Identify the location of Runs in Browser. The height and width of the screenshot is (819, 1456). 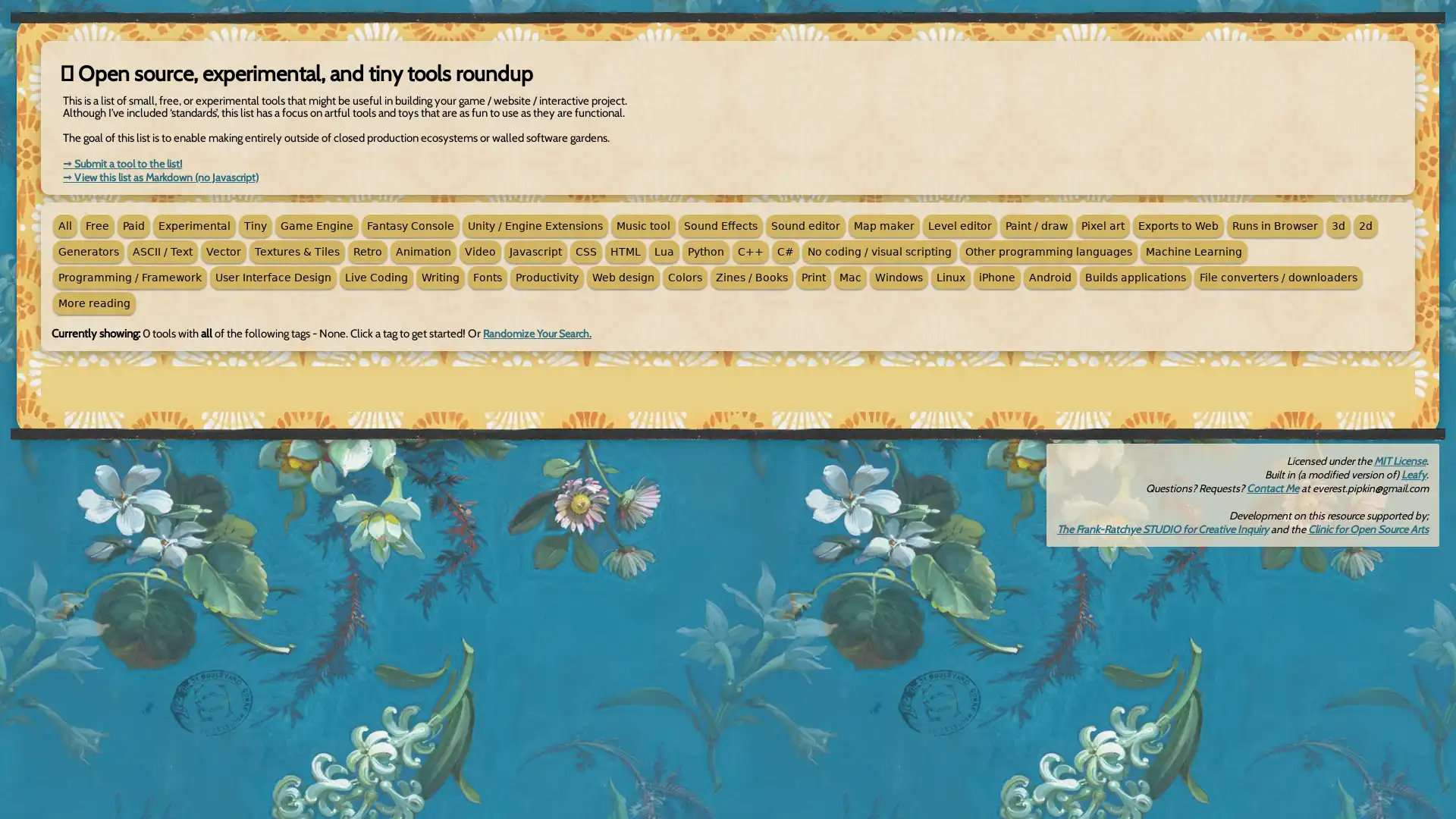
(1274, 225).